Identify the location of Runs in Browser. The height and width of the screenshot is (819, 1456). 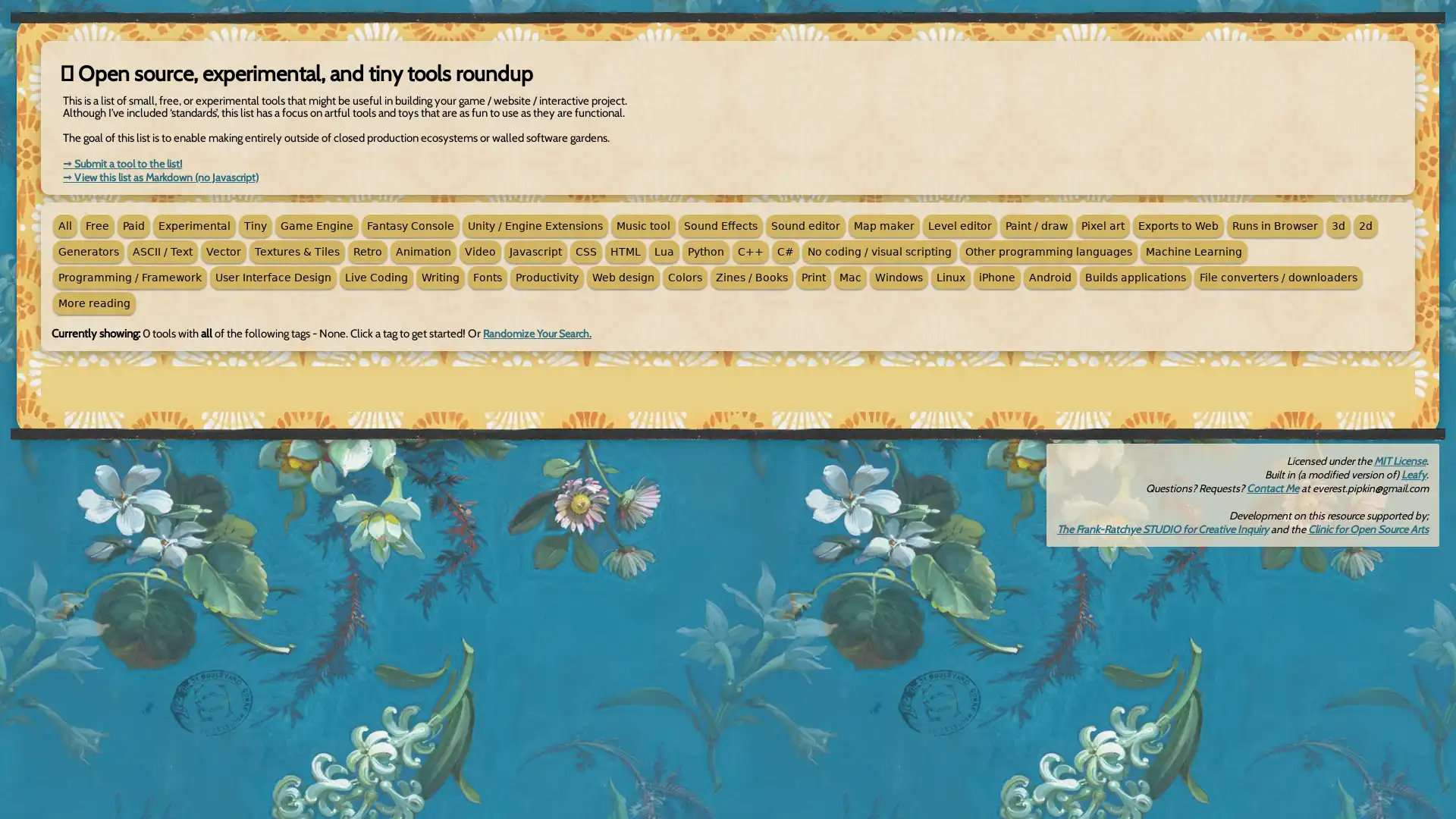
(1274, 225).